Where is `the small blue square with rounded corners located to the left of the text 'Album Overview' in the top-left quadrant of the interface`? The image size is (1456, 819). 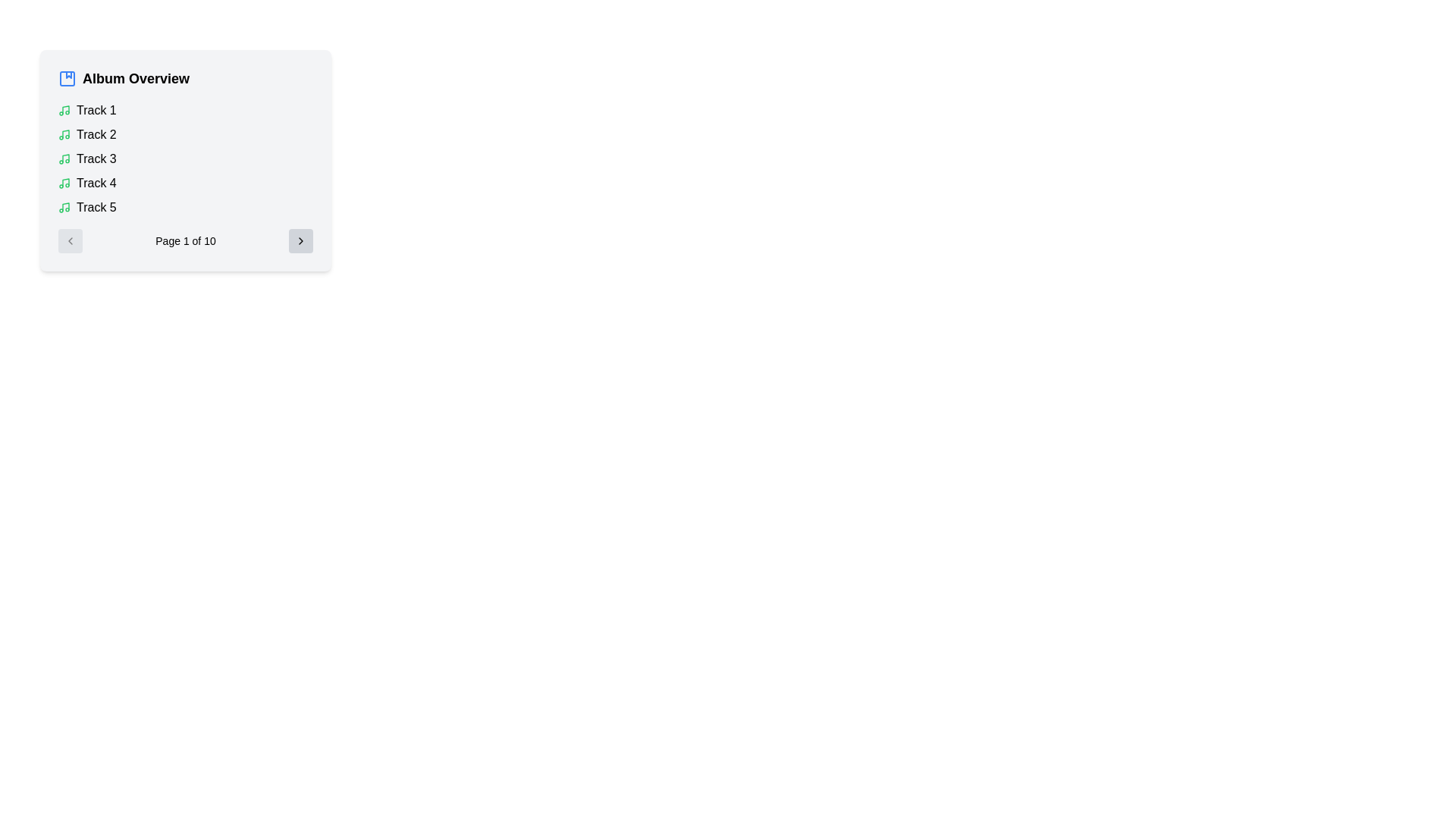 the small blue square with rounded corners located to the left of the text 'Album Overview' in the top-left quadrant of the interface is located at coordinates (67, 79).